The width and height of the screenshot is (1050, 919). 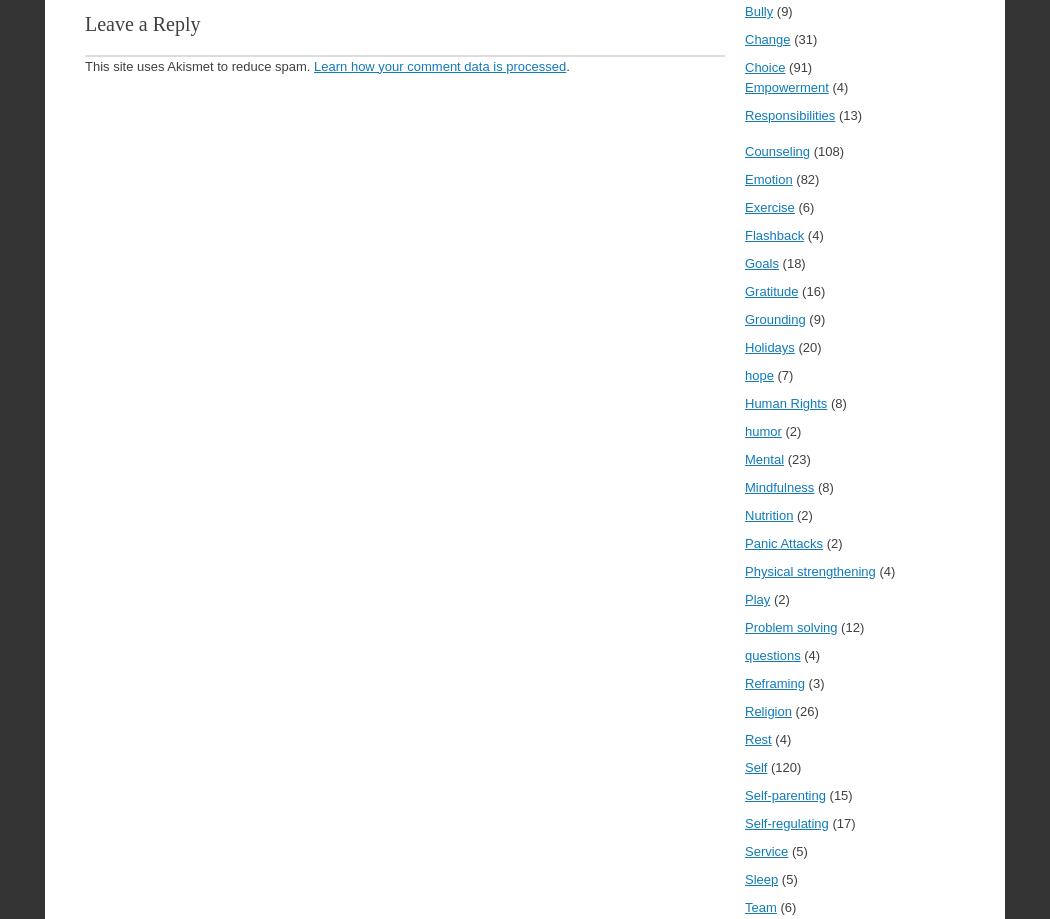 What do you see at coordinates (769, 207) in the screenshot?
I see `'Exercise'` at bounding box center [769, 207].